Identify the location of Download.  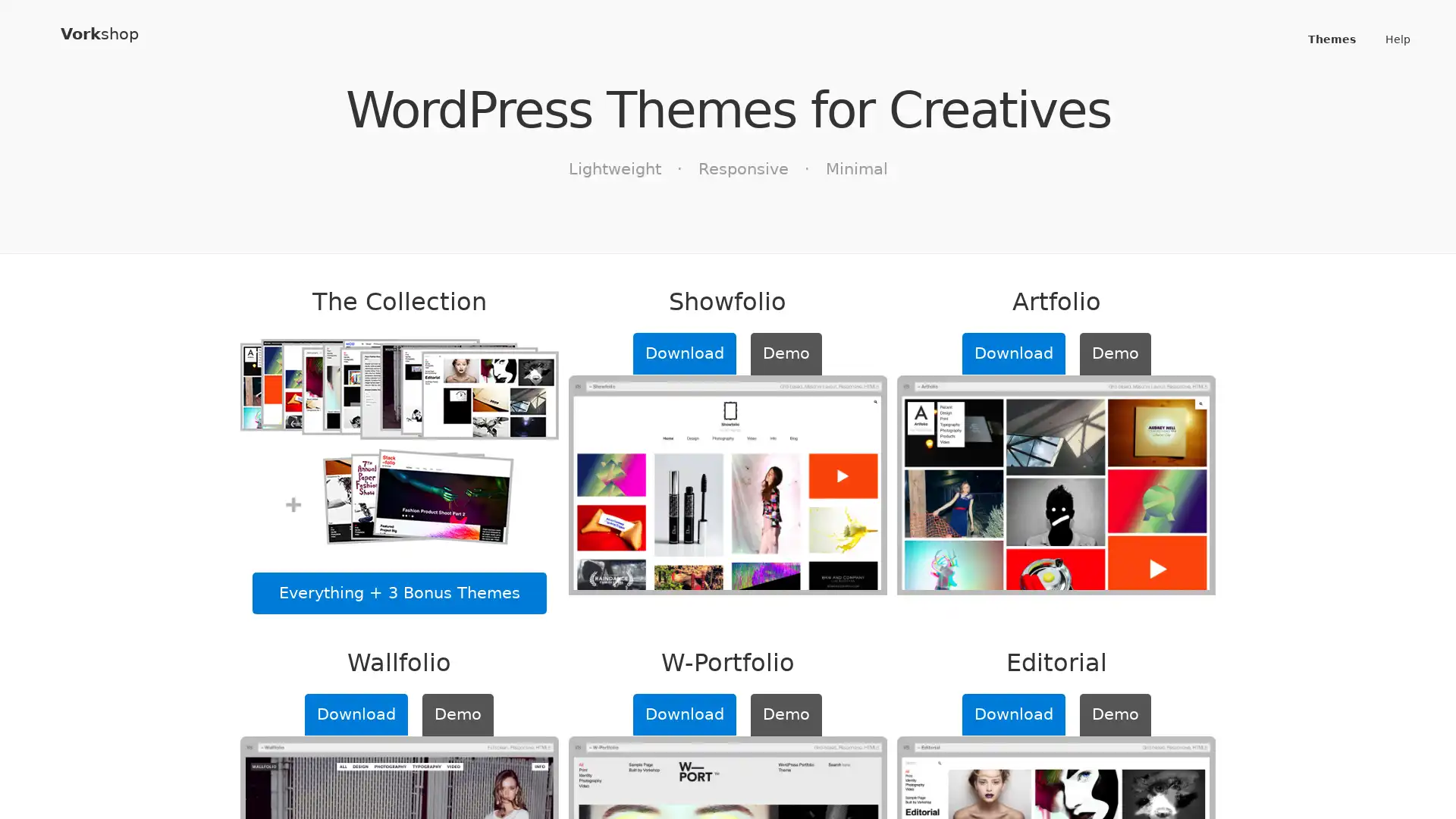
(1012, 714).